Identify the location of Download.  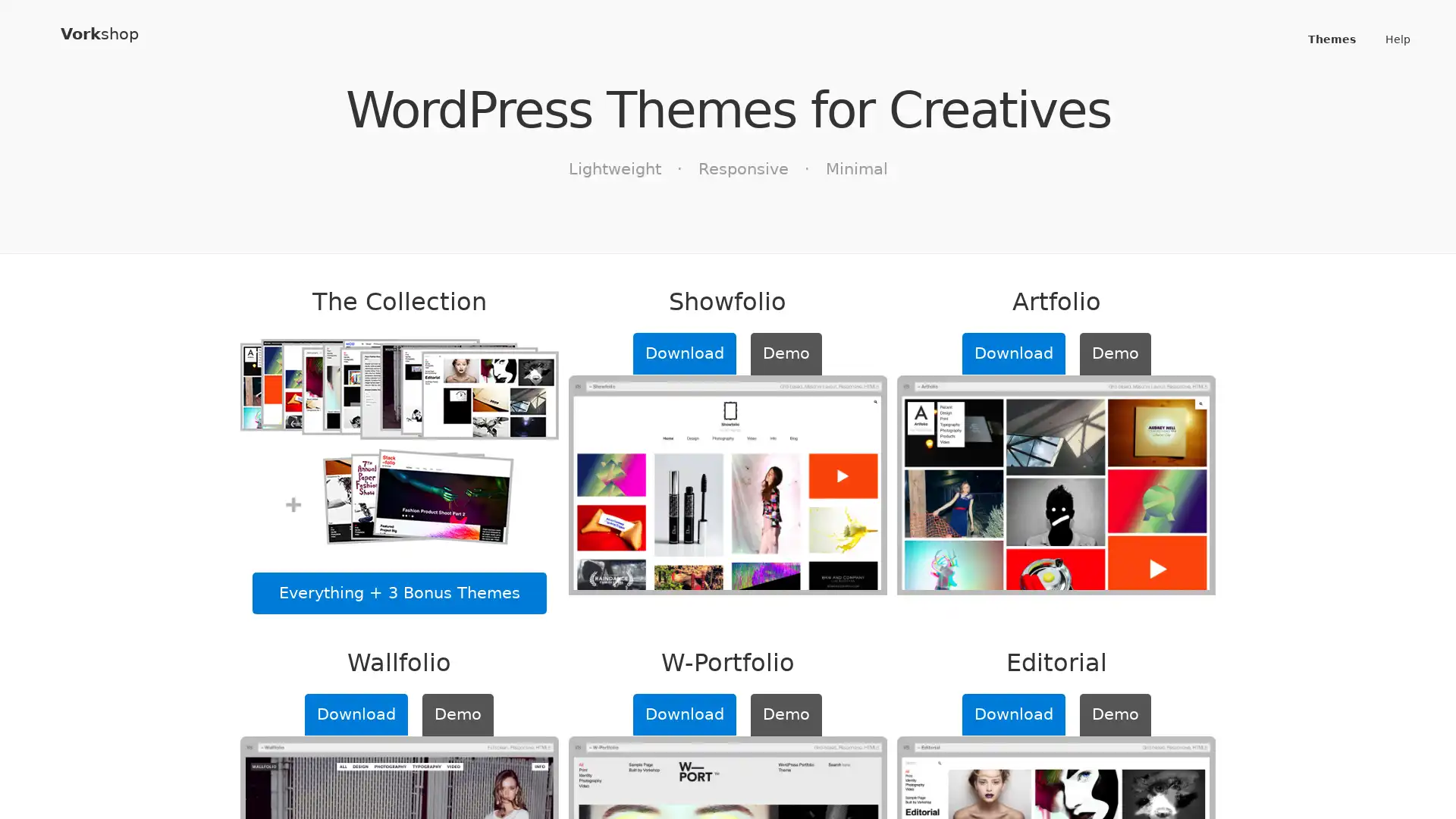
(1012, 714).